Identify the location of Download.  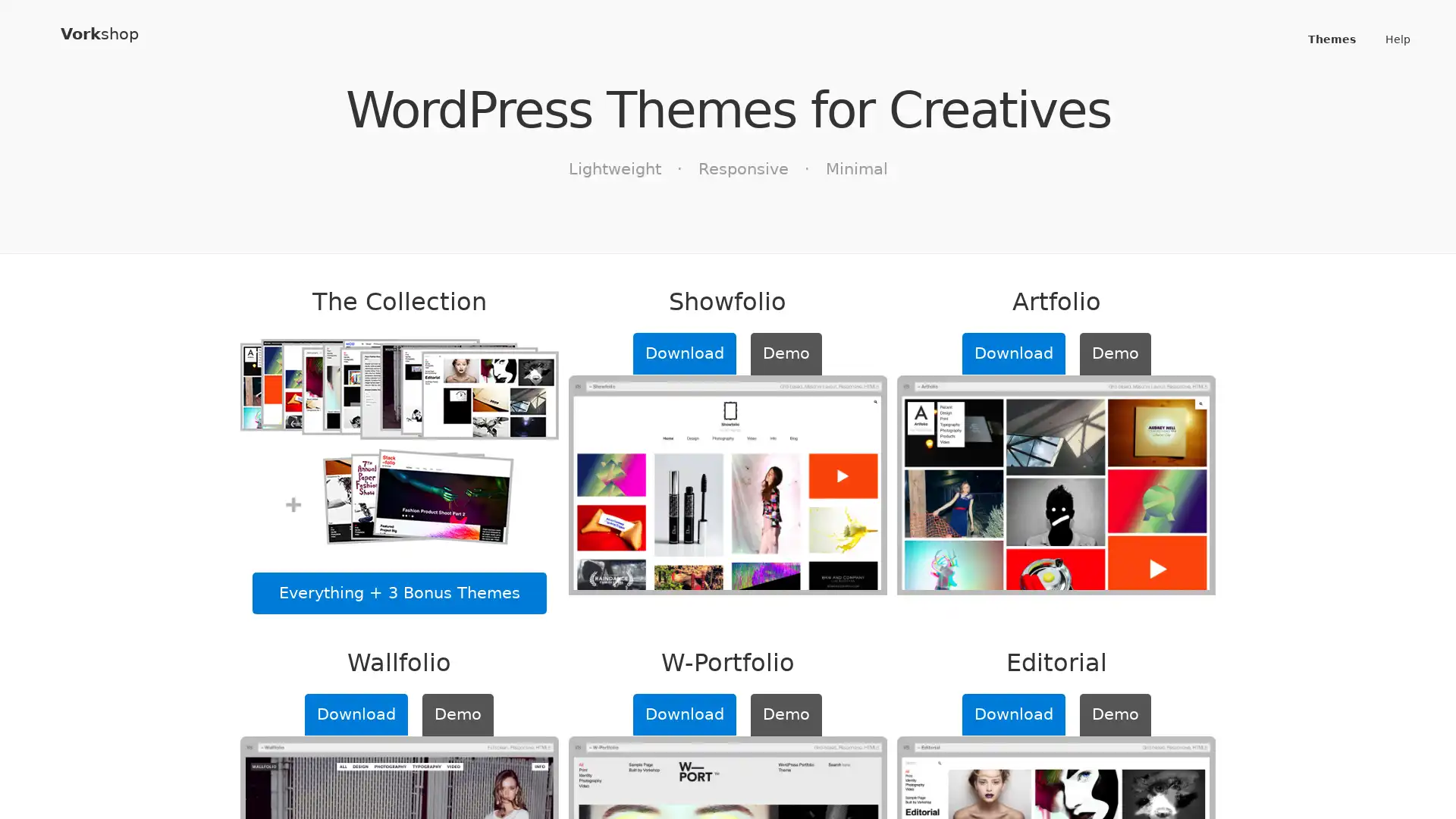
(1012, 714).